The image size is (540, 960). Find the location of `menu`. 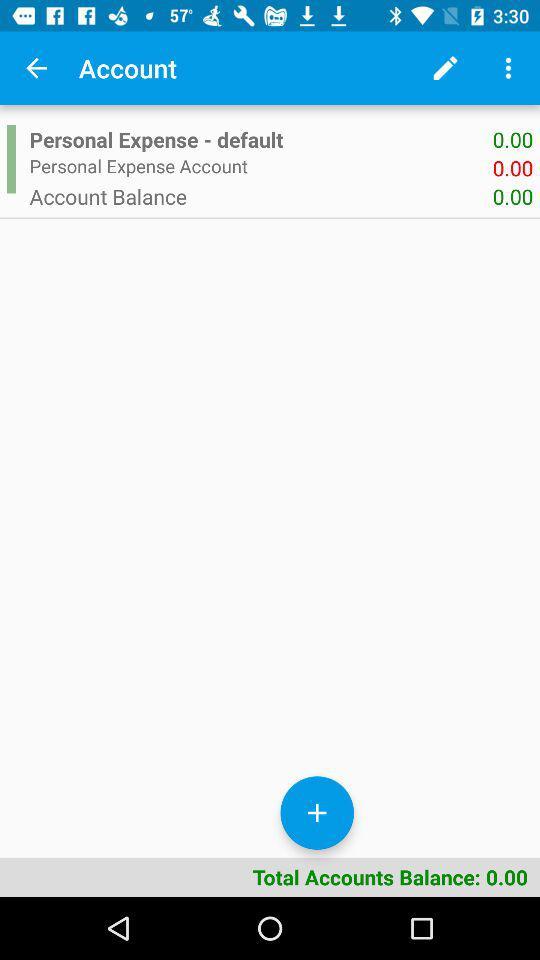

menu is located at coordinates (508, 68).